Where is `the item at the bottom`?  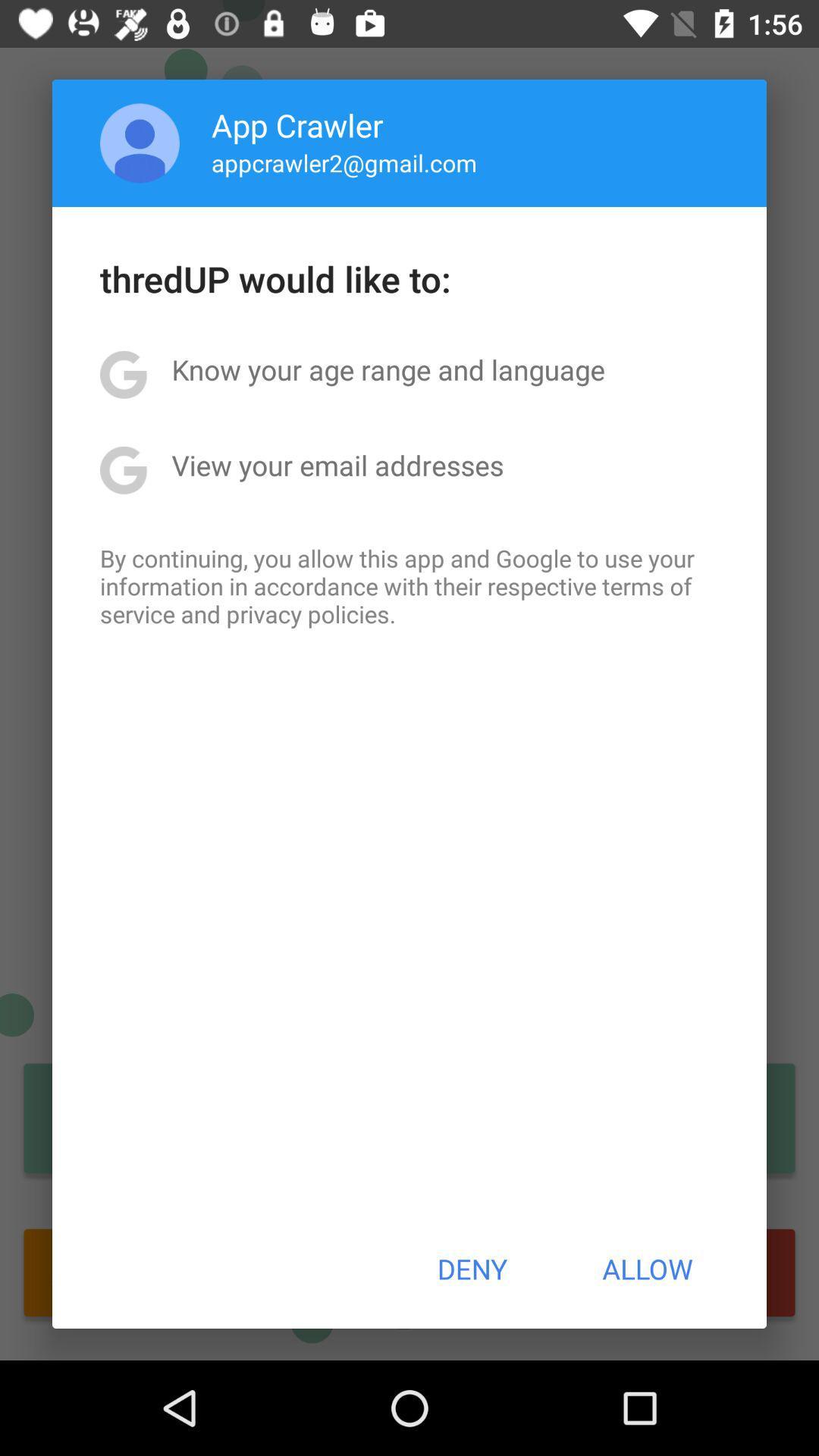
the item at the bottom is located at coordinates (471, 1269).